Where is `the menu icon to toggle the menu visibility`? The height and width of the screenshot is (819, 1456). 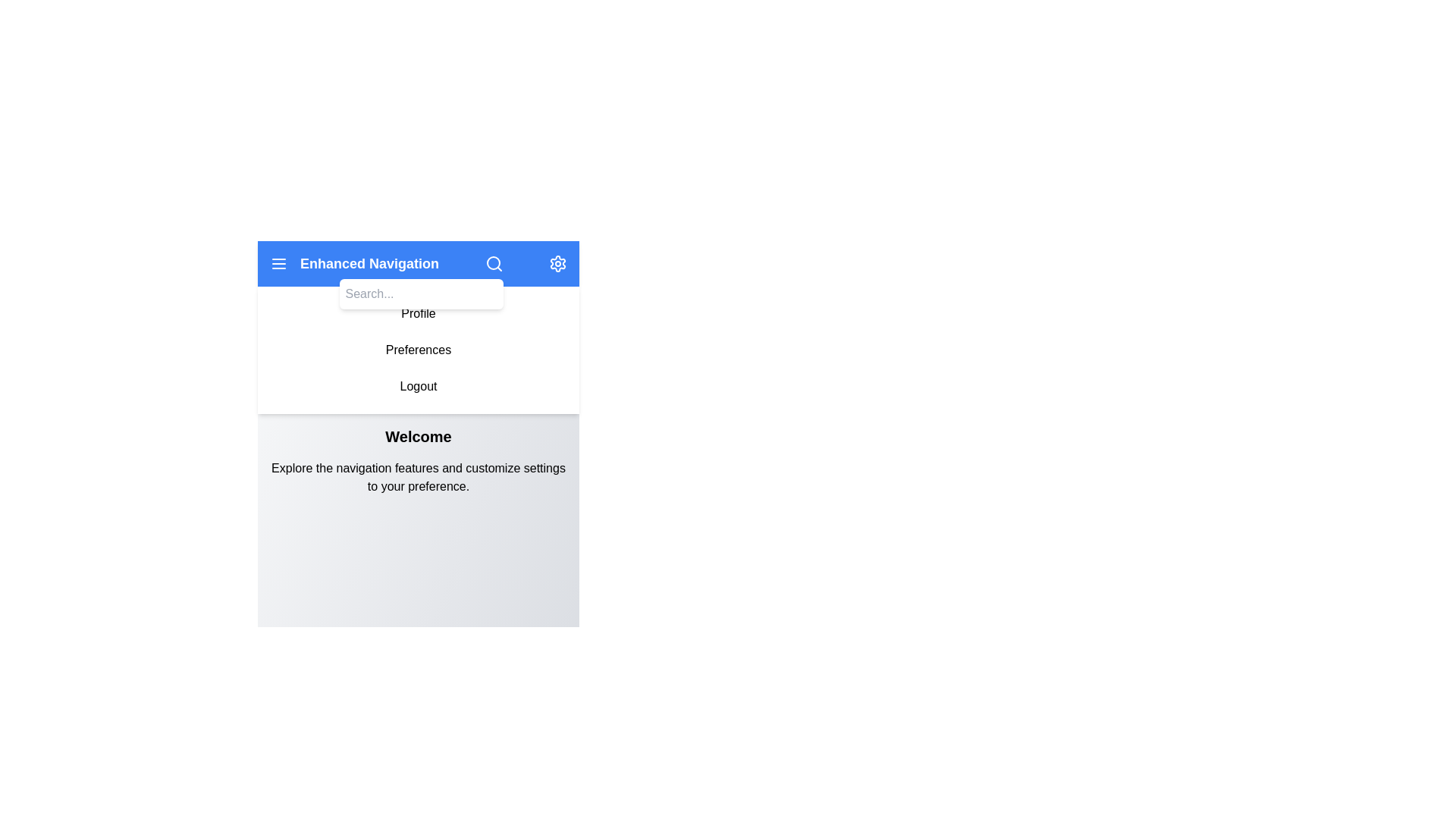
the menu icon to toggle the menu visibility is located at coordinates (279, 262).